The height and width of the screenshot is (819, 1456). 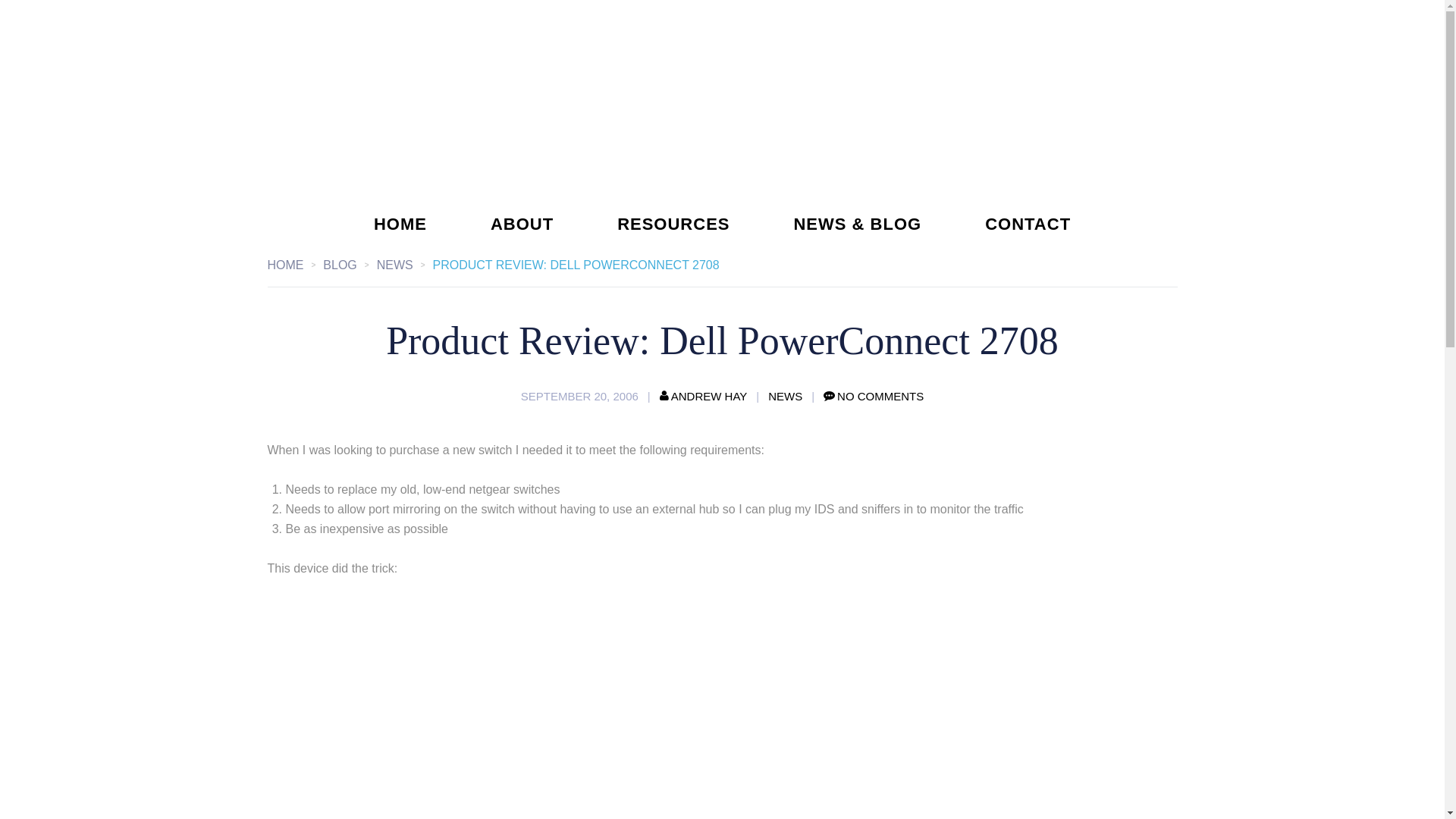 What do you see at coordinates (404, 264) in the screenshot?
I see `'NEWS'` at bounding box center [404, 264].